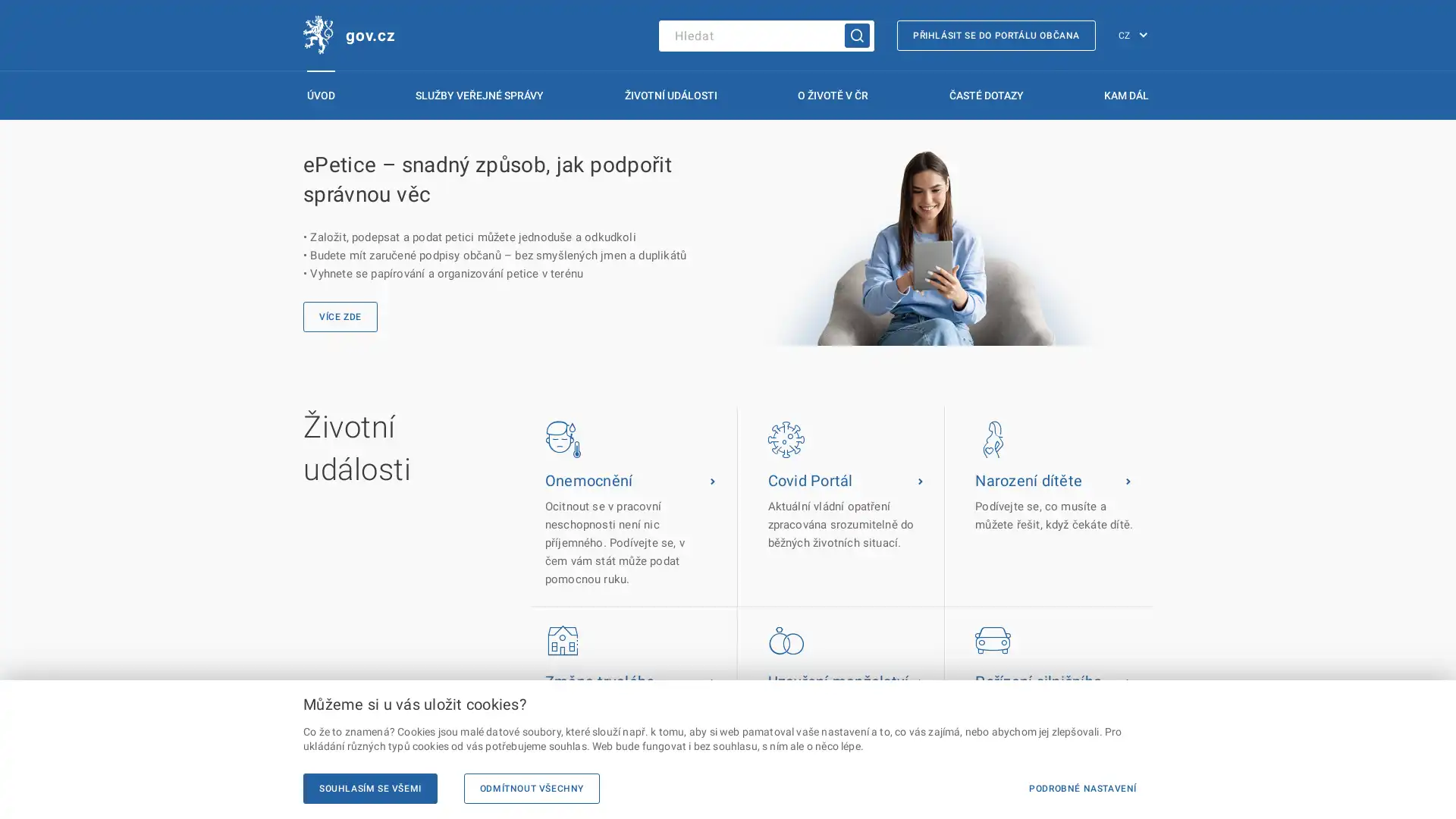 Image resolution: width=1456 pixels, height=819 pixels. Describe the element at coordinates (370, 788) in the screenshot. I see `SOUHLASIM SE VSEMI` at that location.